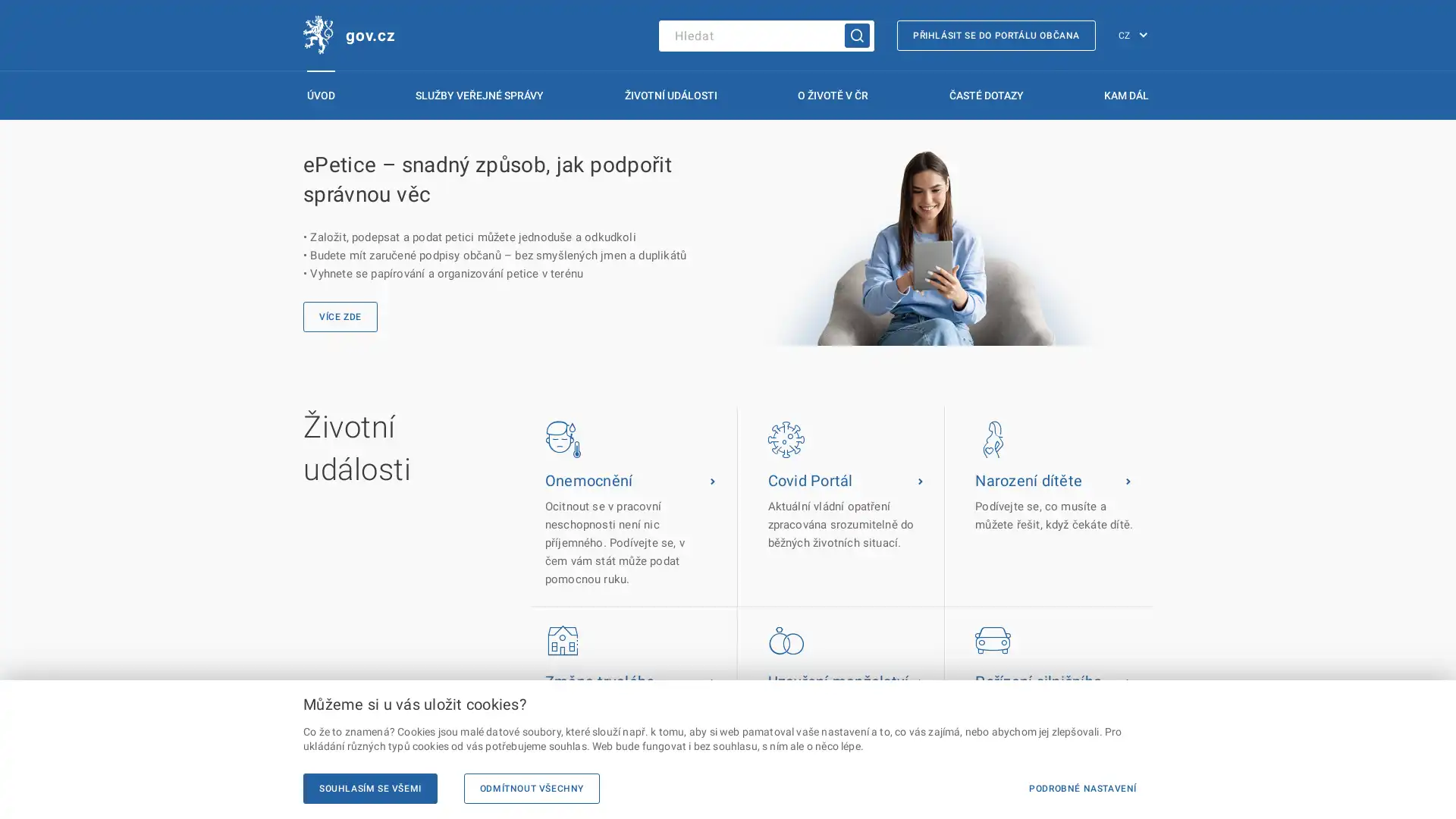 Image resolution: width=1456 pixels, height=819 pixels. Describe the element at coordinates (370, 788) in the screenshot. I see `SOUHLASIM SE VSEMI` at that location.